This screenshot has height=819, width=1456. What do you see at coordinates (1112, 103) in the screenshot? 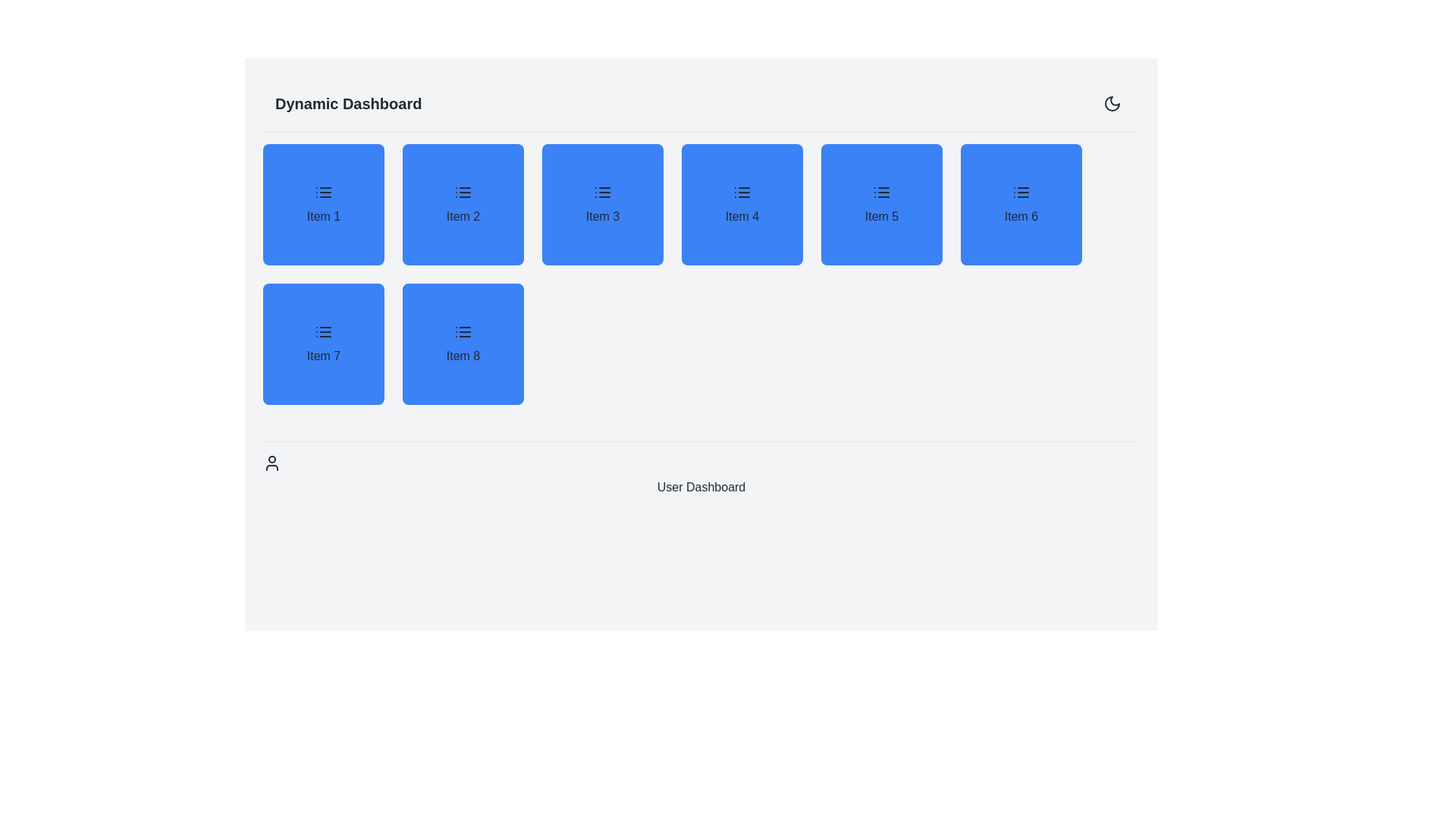
I see `the dark mode toggle icon located in the top-right corner of the interface, adjacent to the dashboard's title text` at bounding box center [1112, 103].